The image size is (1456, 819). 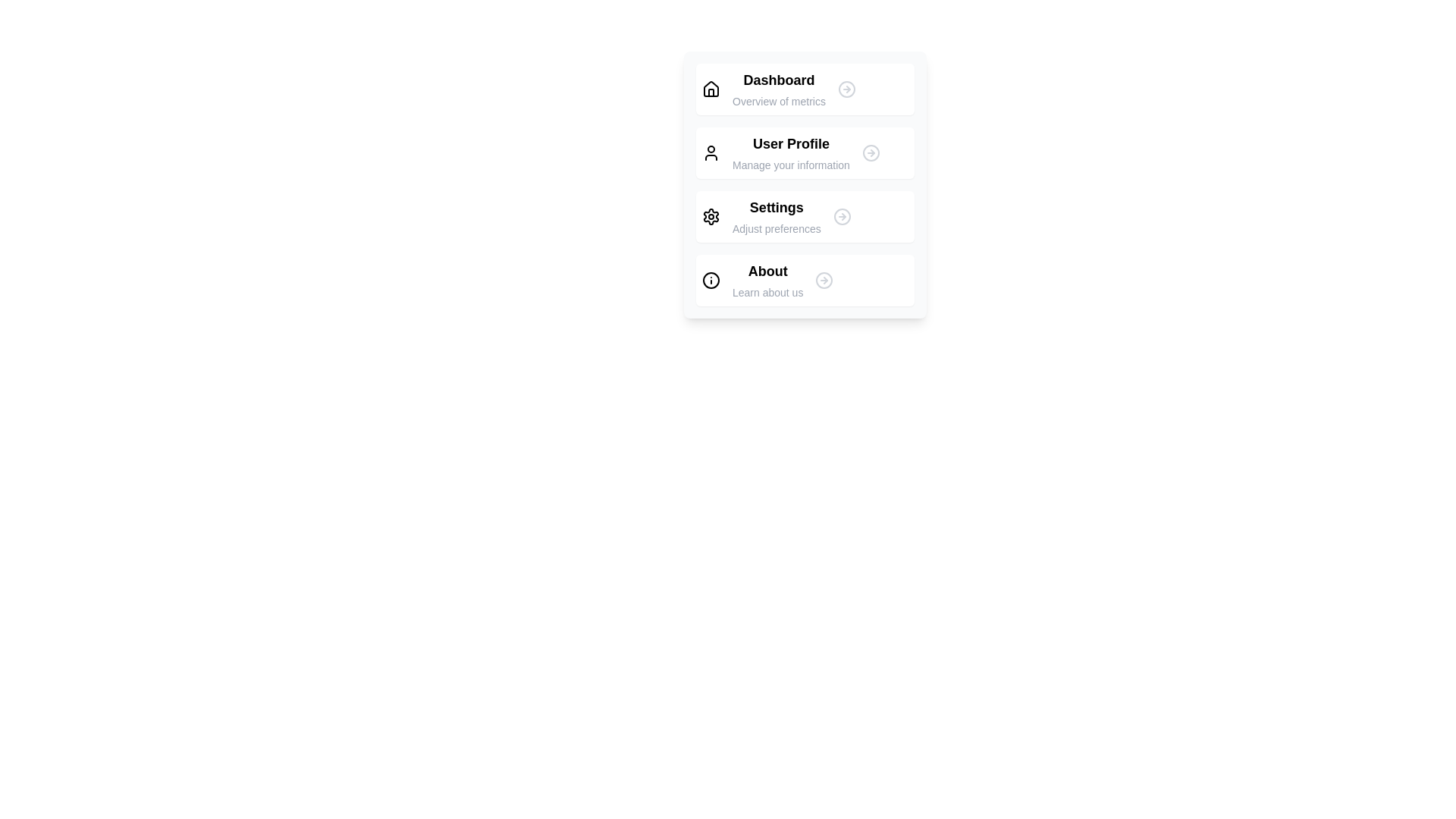 What do you see at coordinates (790, 165) in the screenshot?
I see `the supplementary text located directly below the 'User Profile' section in the vertical menu layout` at bounding box center [790, 165].